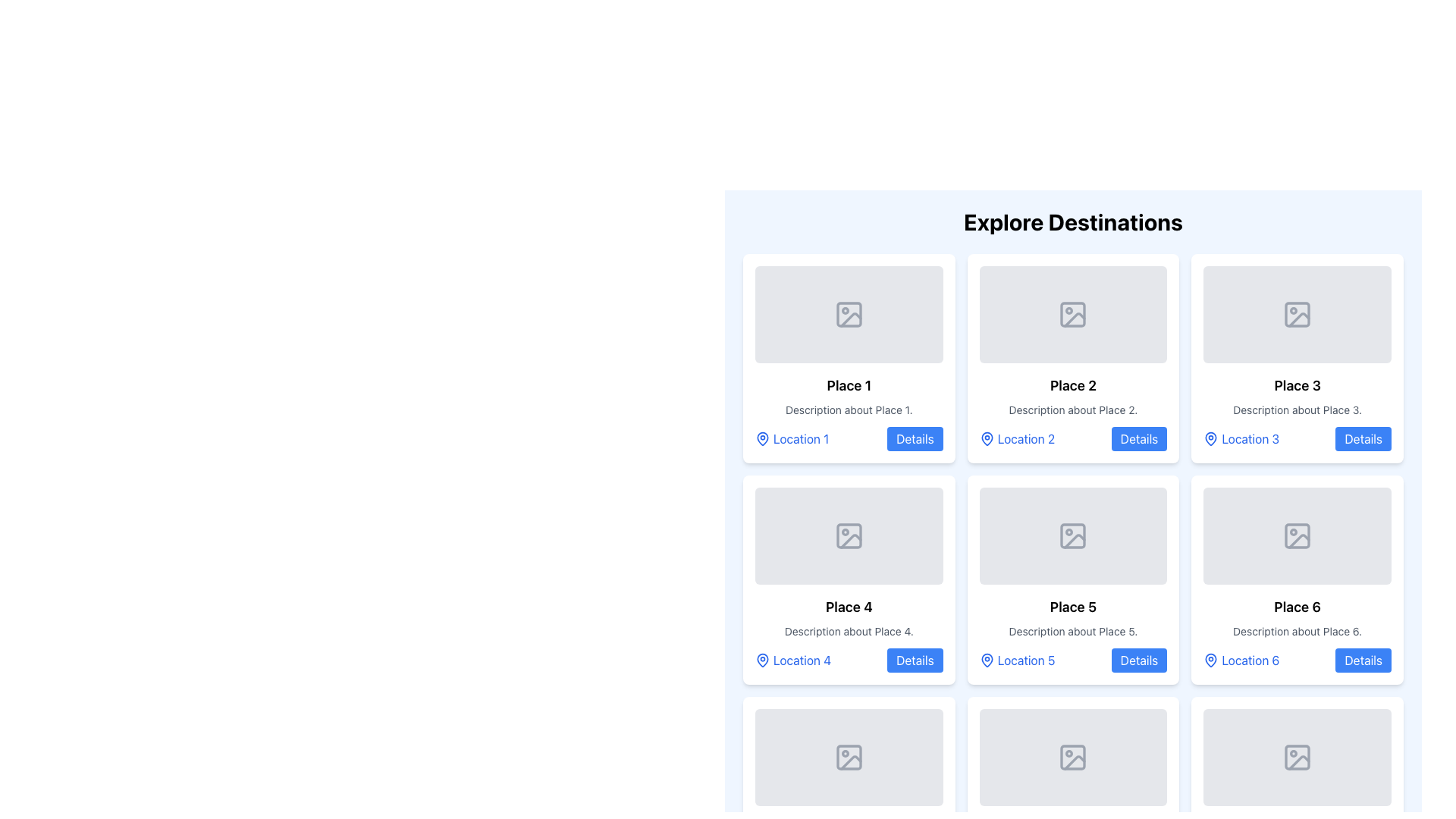 Image resolution: width=1456 pixels, height=819 pixels. I want to click on the rectangular button labeled 'Details' with white text on a blue background, located in the bottom-right corner of the card for 'Place 5', so click(1139, 660).